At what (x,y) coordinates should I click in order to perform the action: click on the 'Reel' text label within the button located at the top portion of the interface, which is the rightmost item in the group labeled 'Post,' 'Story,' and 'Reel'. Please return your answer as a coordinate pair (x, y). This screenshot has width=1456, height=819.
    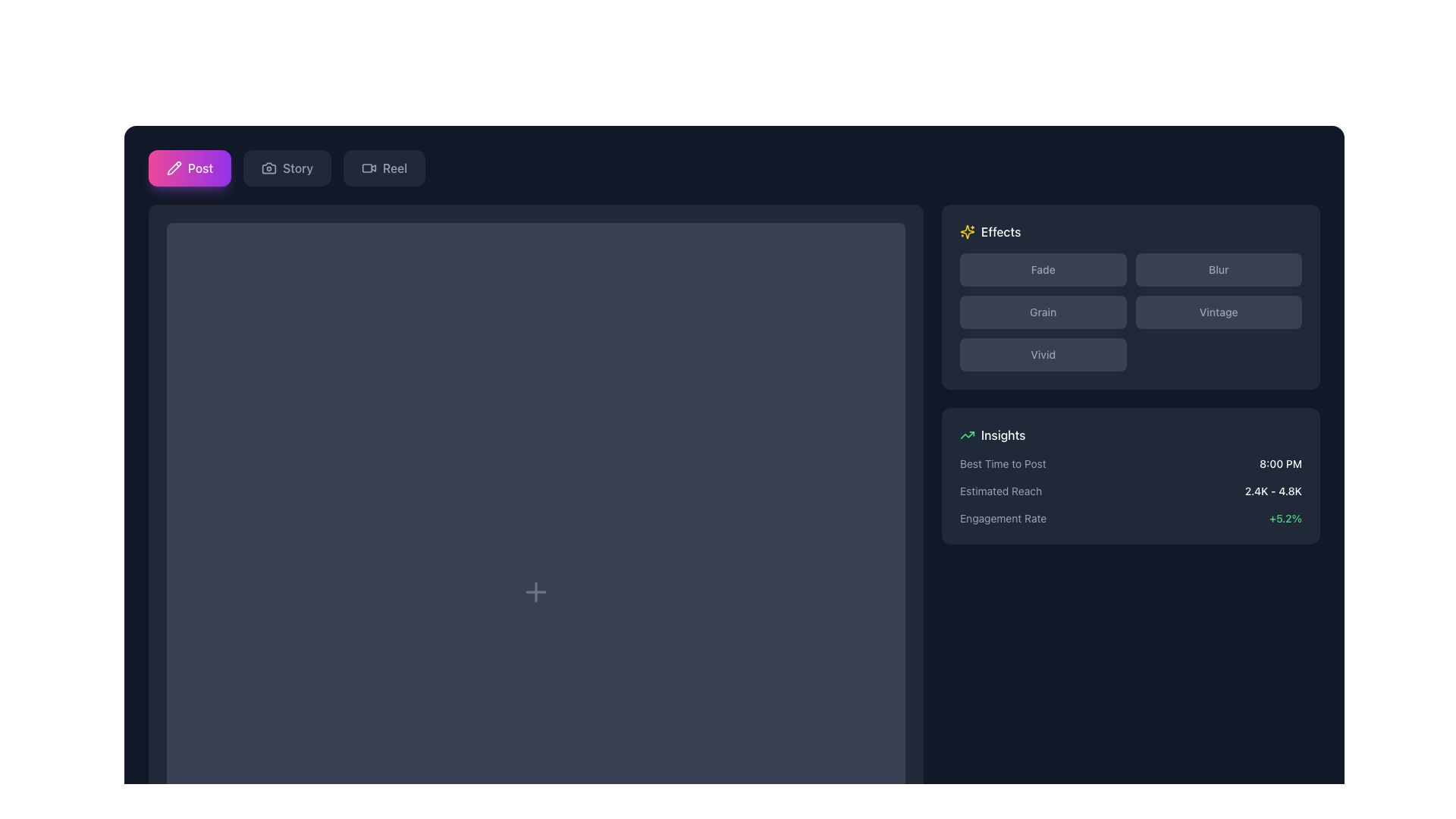
    Looking at the image, I should click on (395, 168).